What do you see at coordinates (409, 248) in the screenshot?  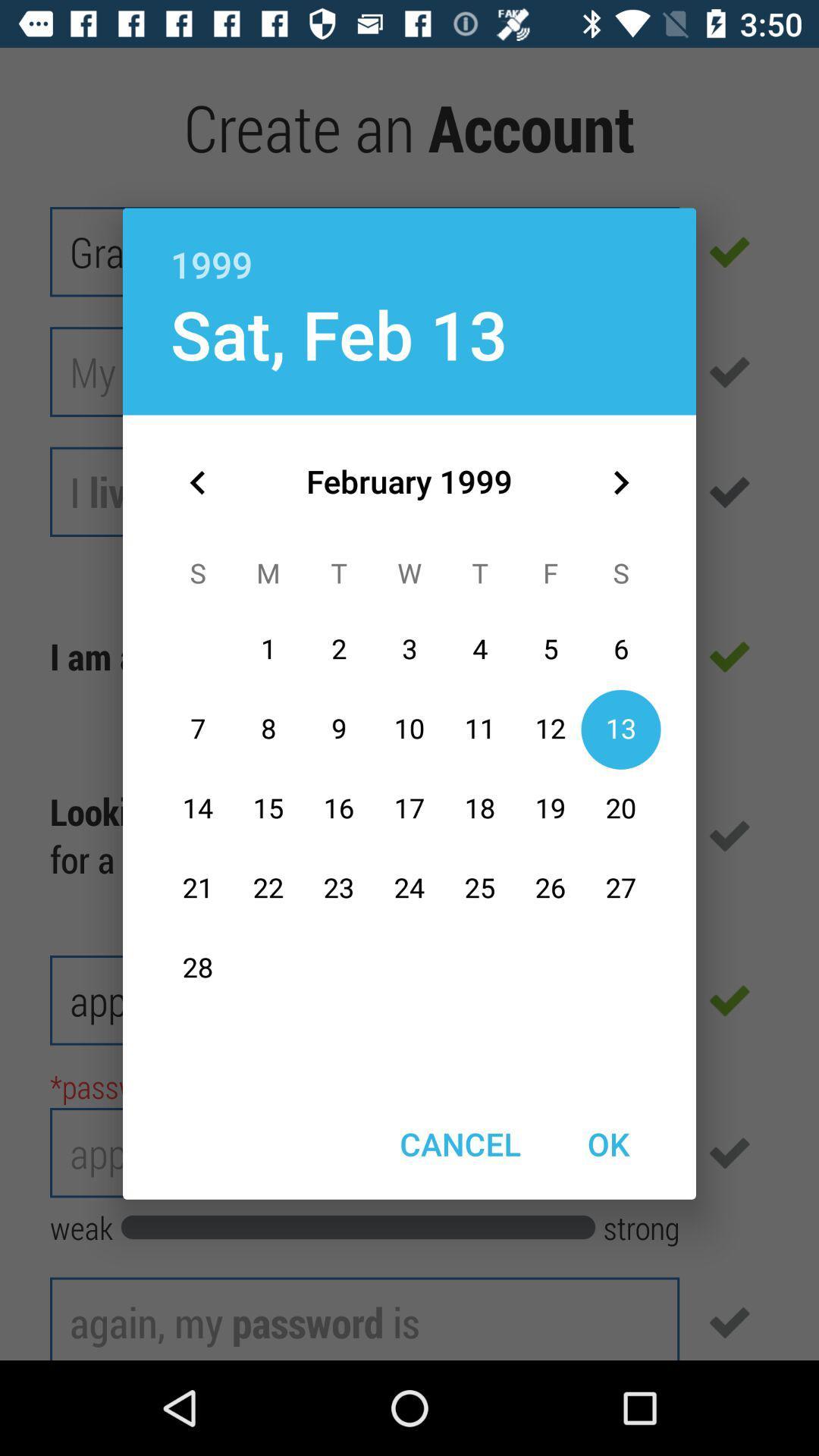 I see `1999 icon` at bounding box center [409, 248].